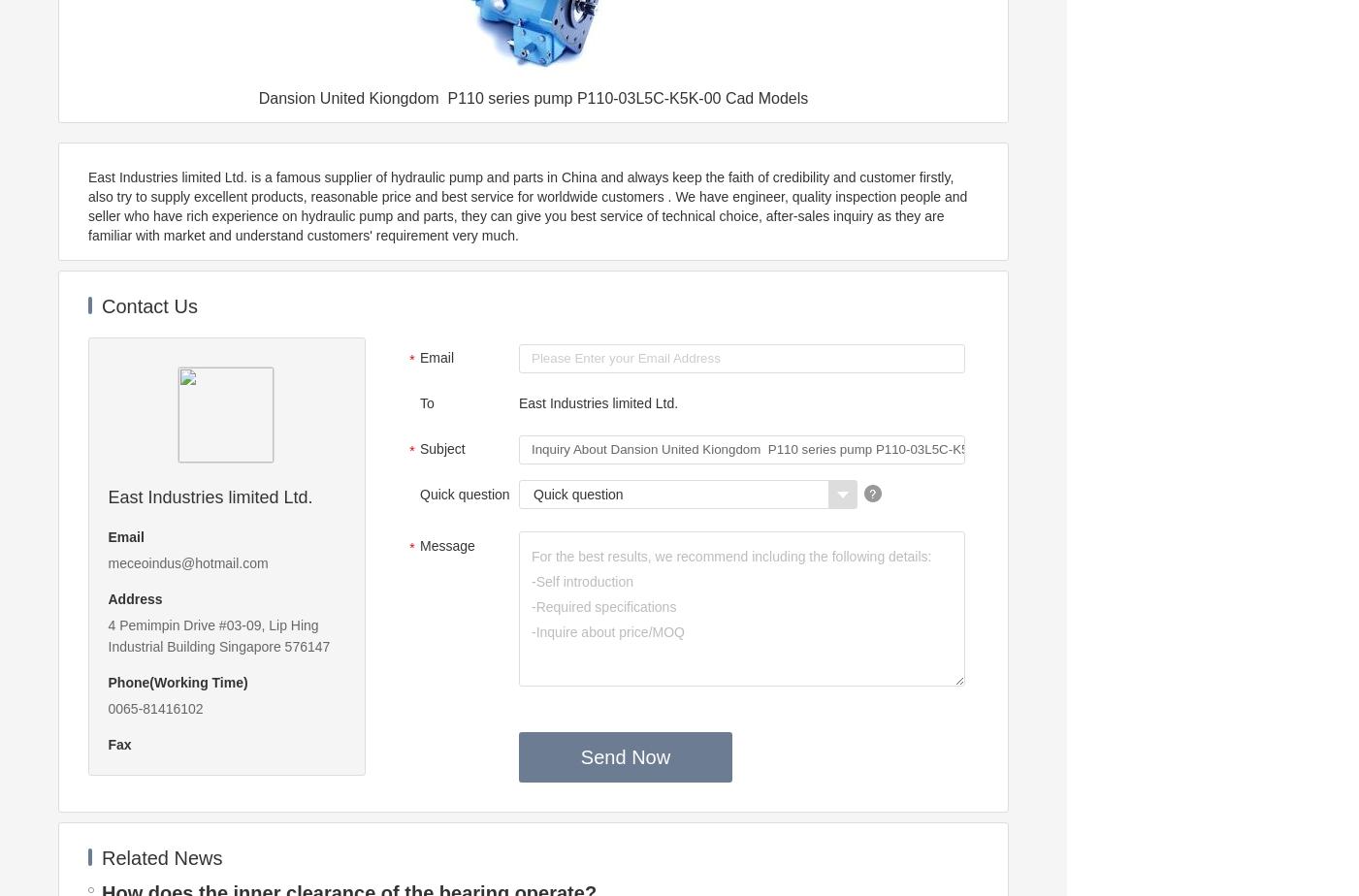  What do you see at coordinates (147, 306) in the screenshot?
I see `'Contact Us'` at bounding box center [147, 306].